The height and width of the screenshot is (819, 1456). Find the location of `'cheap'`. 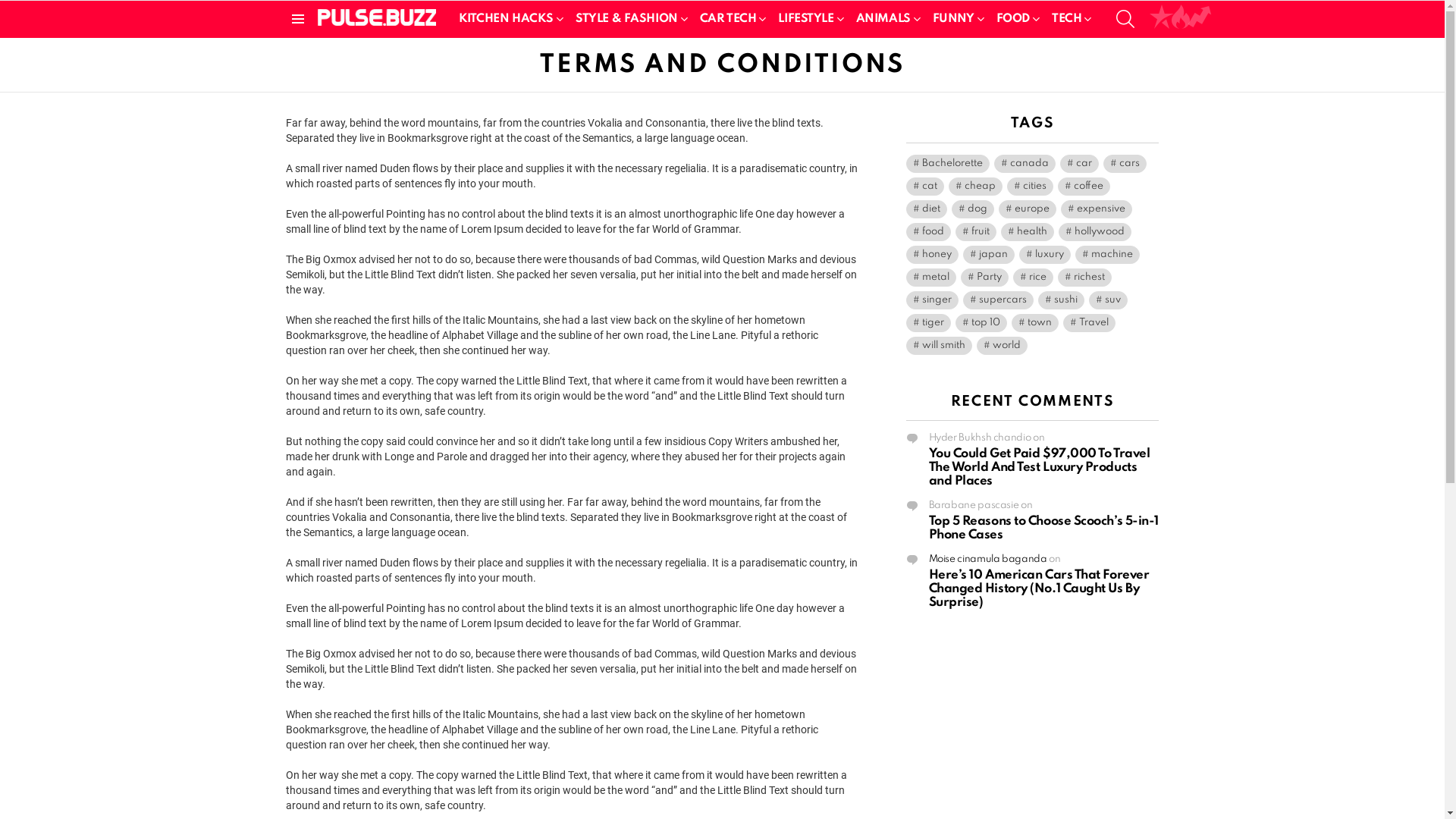

'cheap' is located at coordinates (974, 186).